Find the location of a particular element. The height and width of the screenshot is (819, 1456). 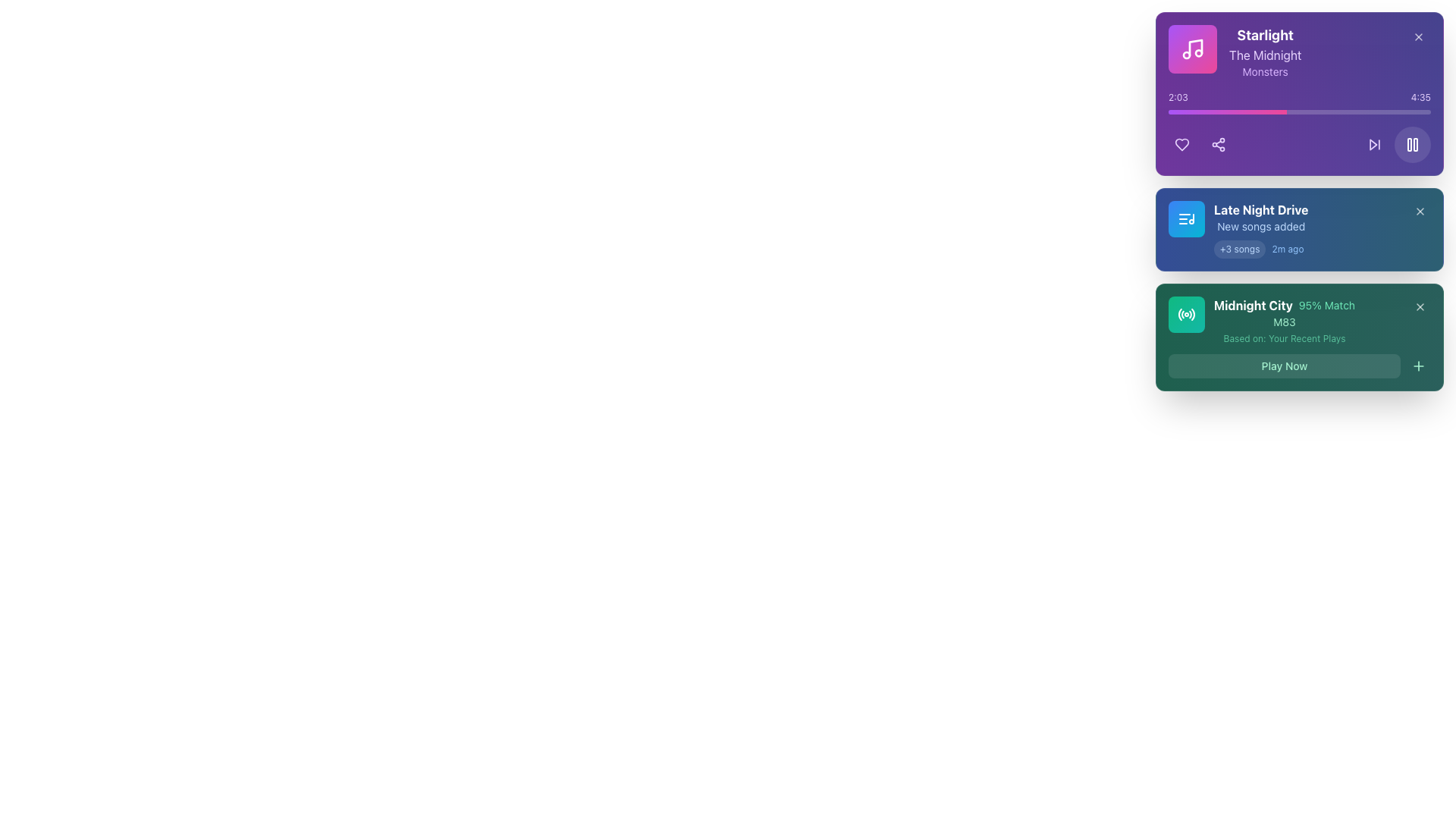

the pause button represented by an icon with two vertical bars, styled with a white stroke on a purple background is located at coordinates (1411, 145).